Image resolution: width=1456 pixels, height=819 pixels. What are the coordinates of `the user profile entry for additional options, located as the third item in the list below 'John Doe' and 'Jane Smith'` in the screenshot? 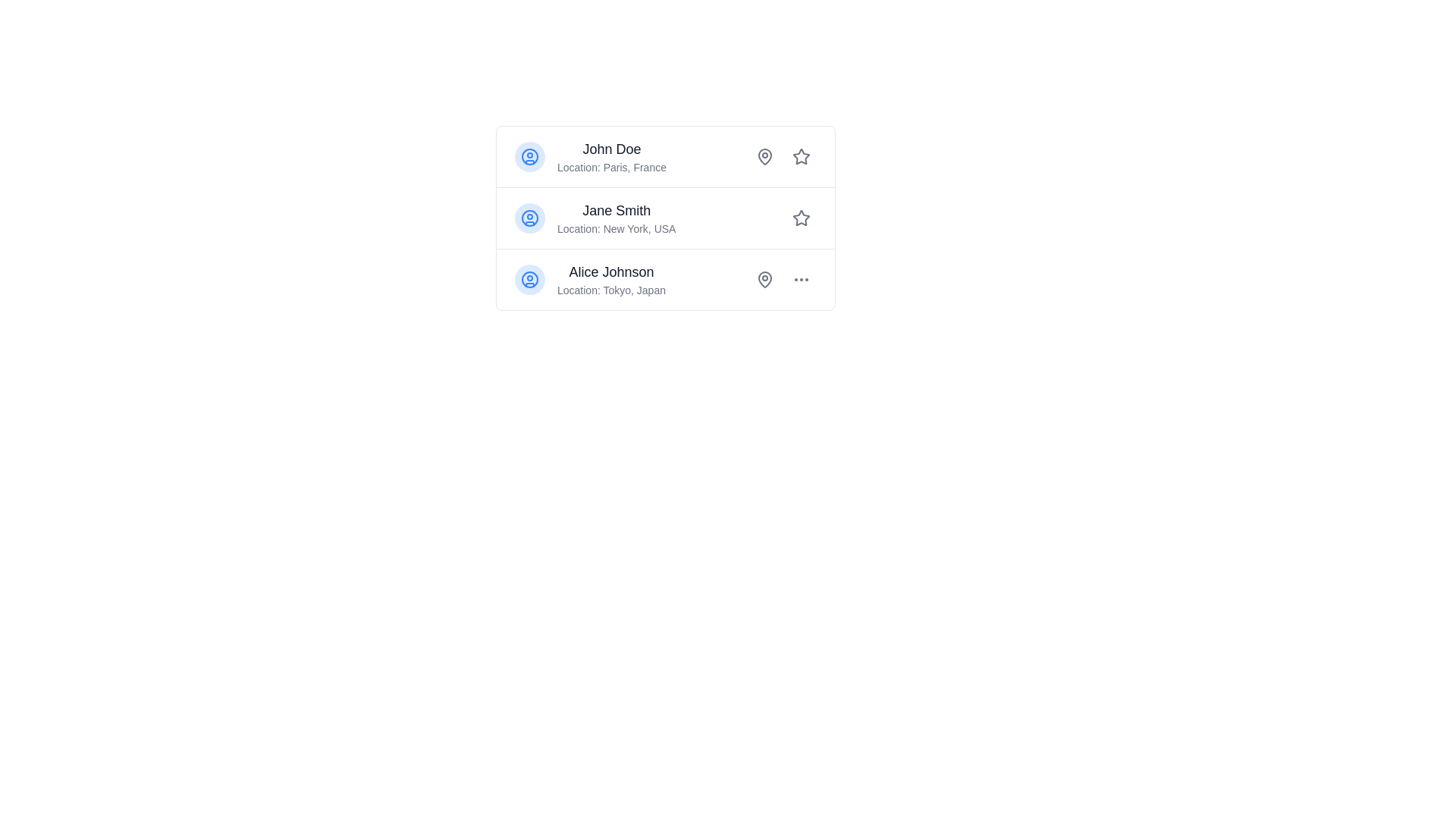 It's located at (666, 279).